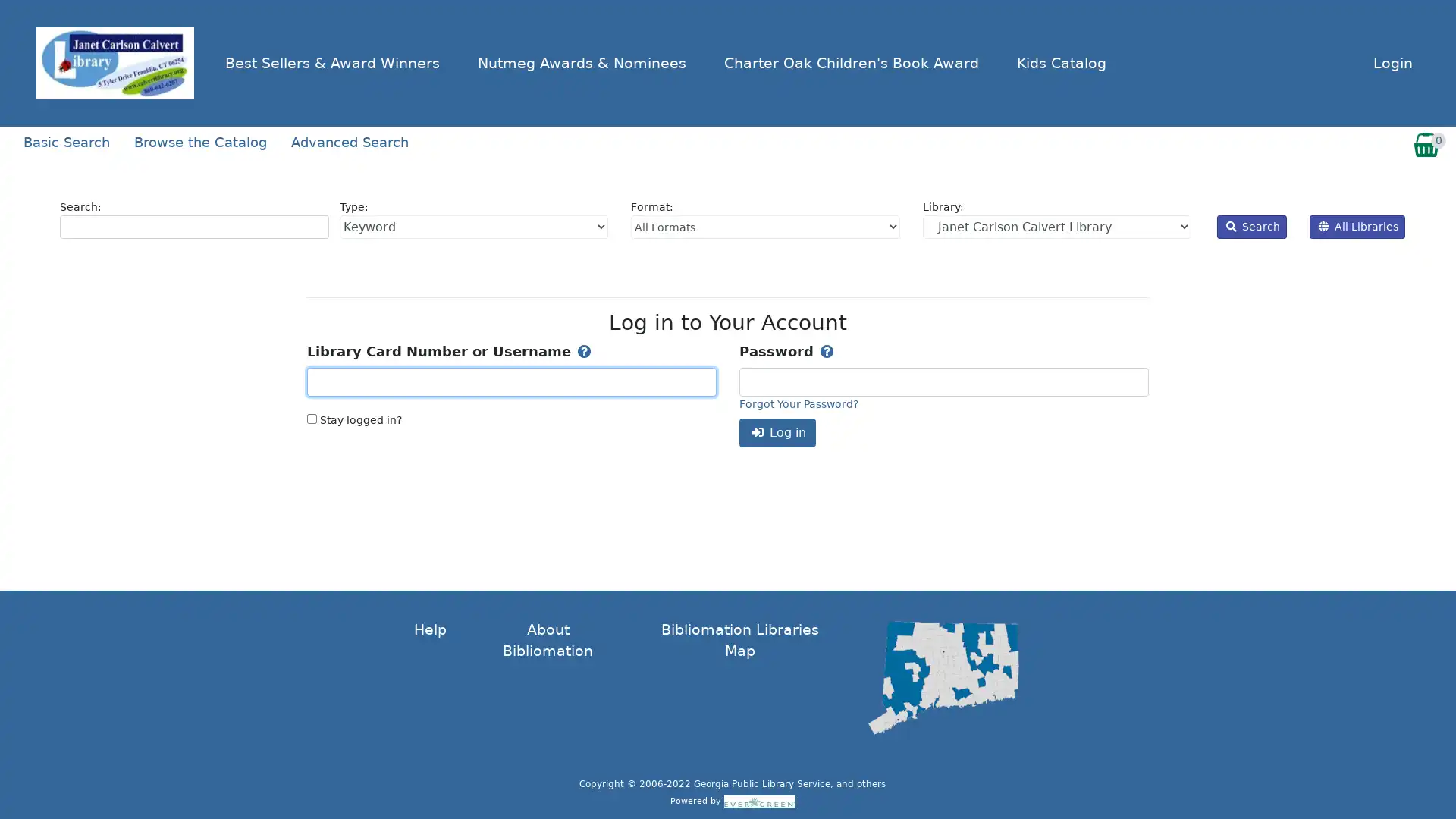 The width and height of the screenshot is (1456, 819). Describe the element at coordinates (1252, 226) in the screenshot. I see `Search` at that location.